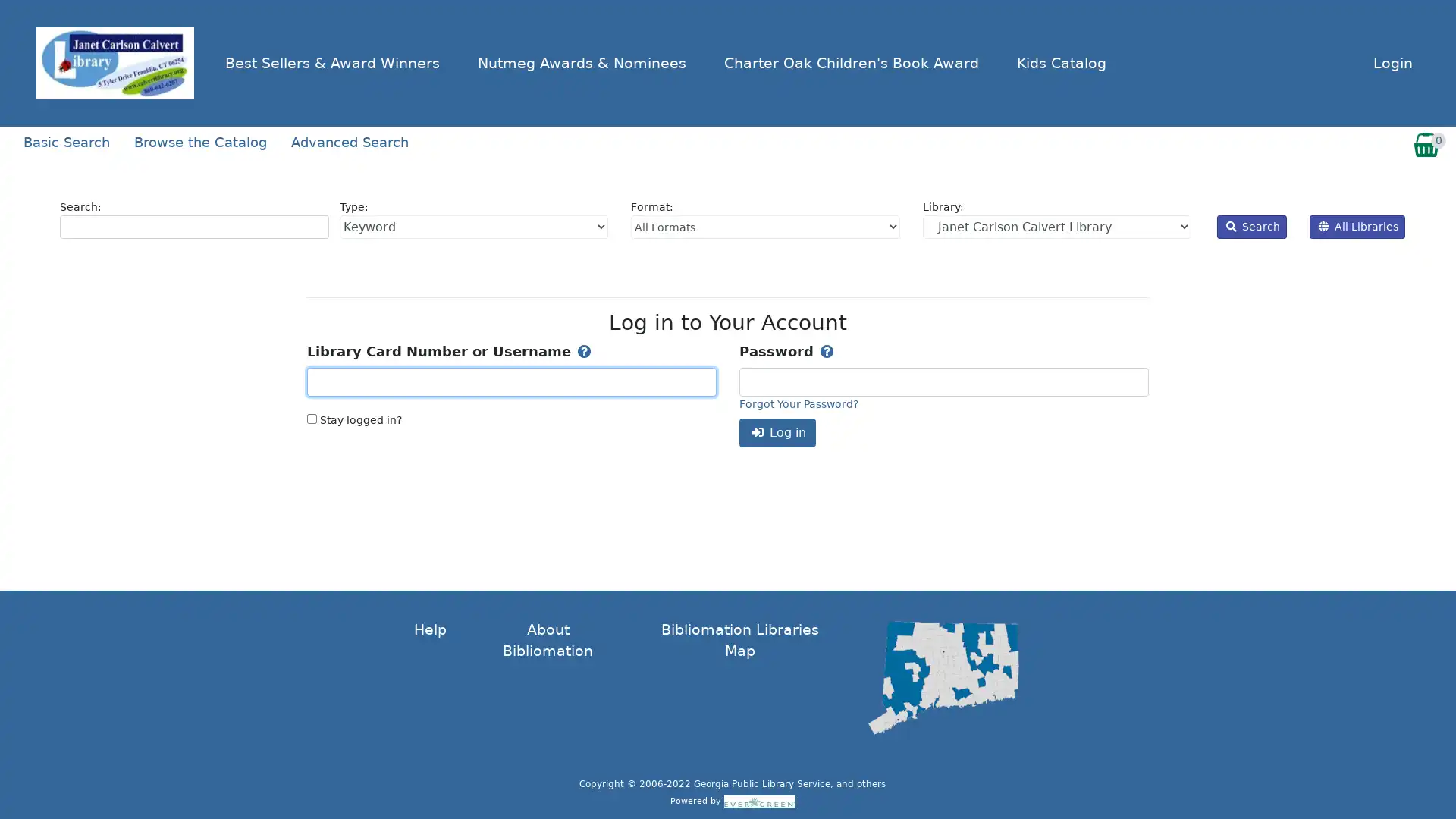 The width and height of the screenshot is (1456, 819). Describe the element at coordinates (1252, 226) in the screenshot. I see `Search` at that location.